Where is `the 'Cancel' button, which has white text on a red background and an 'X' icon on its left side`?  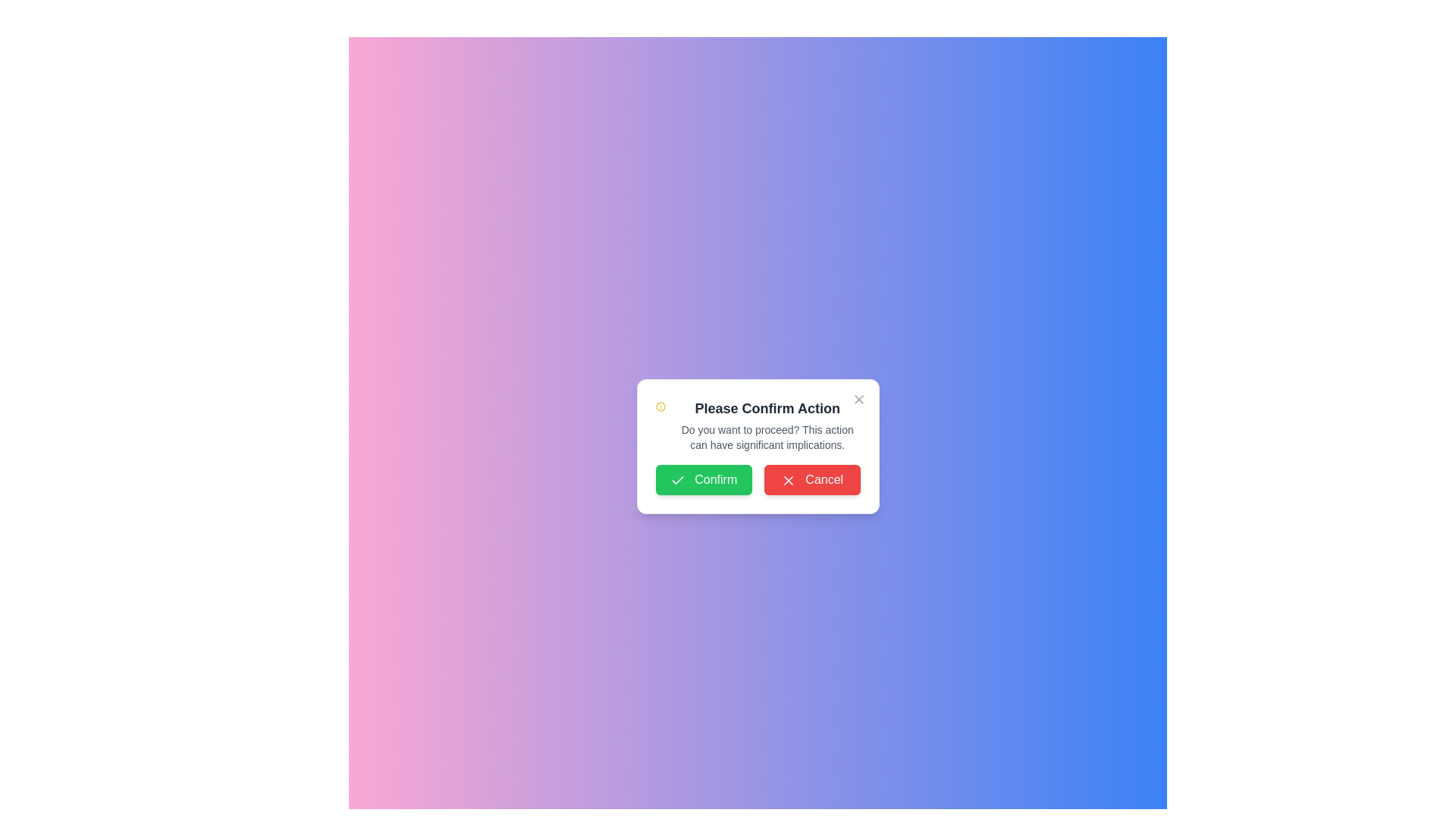 the 'Cancel' button, which has white text on a red background and an 'X' icon on its left side is located at coordinates (811, 479).